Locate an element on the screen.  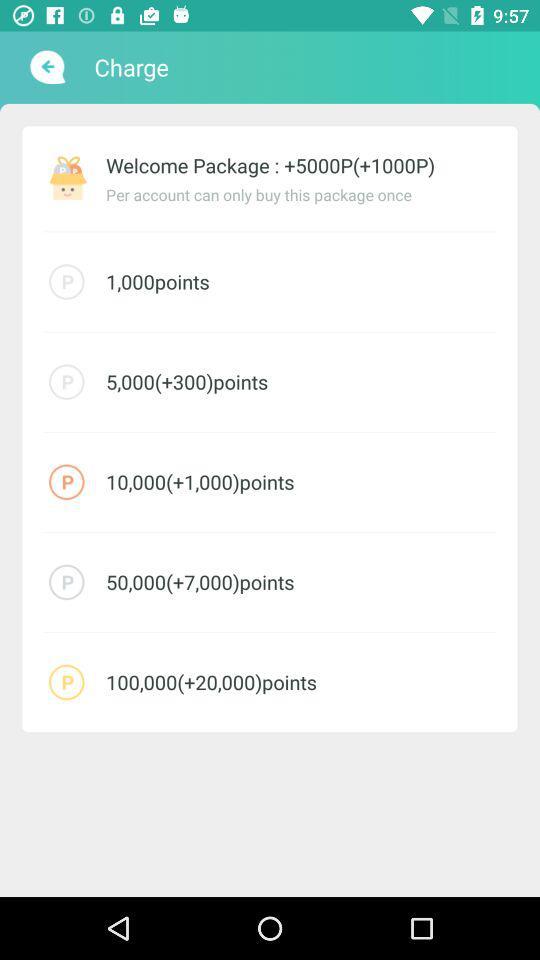
the icon on left to the text 1000 points on the web page is located at coordinates (66, 281).